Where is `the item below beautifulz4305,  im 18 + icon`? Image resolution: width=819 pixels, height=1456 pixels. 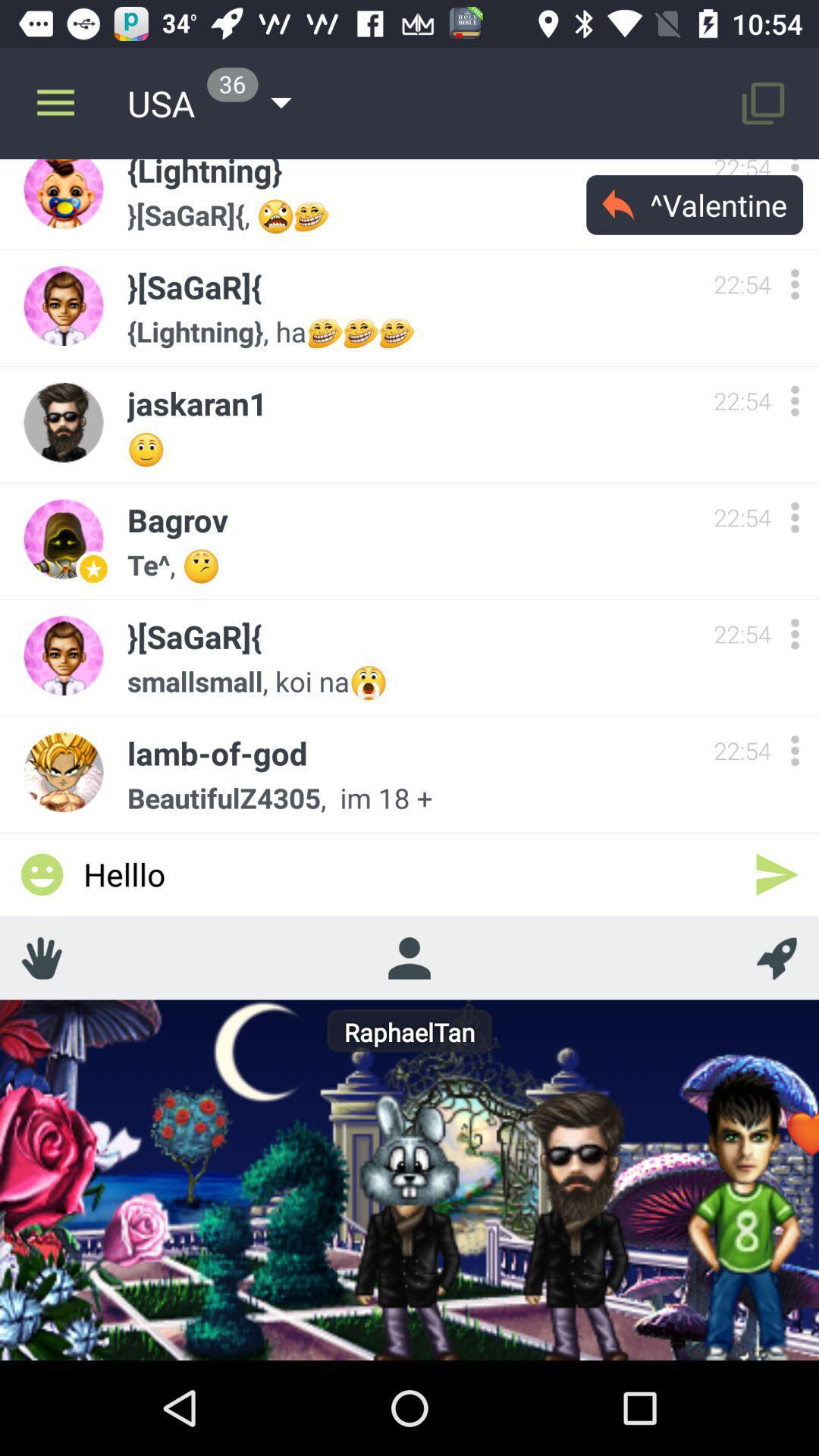
the item below beautifulz4305,  im 18 + icon is located at coordinates (409, 874).